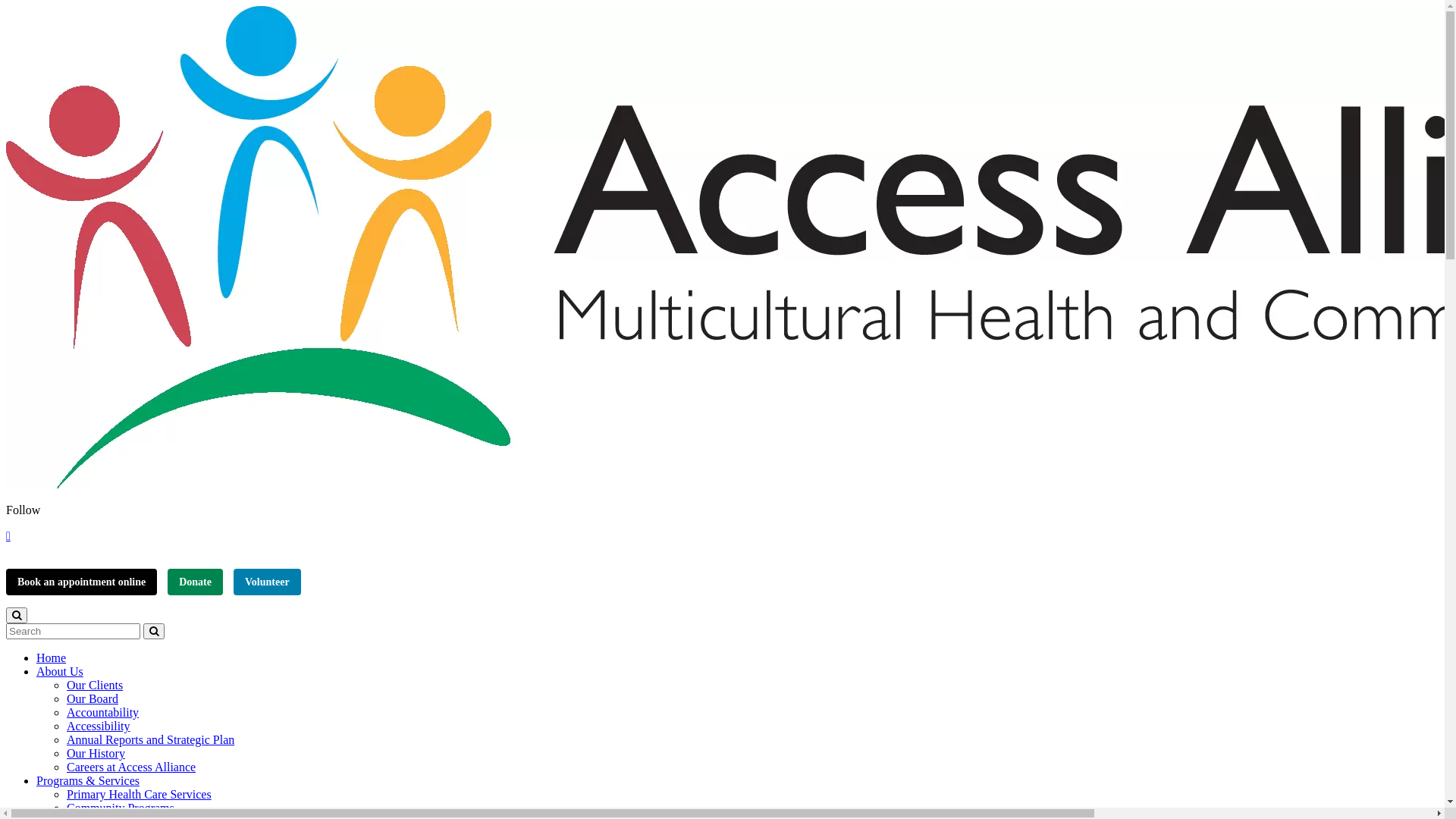 The width and height of the screenshot is (1456, 819). I want to click on 'Book an appointment online', so click(80, 581).